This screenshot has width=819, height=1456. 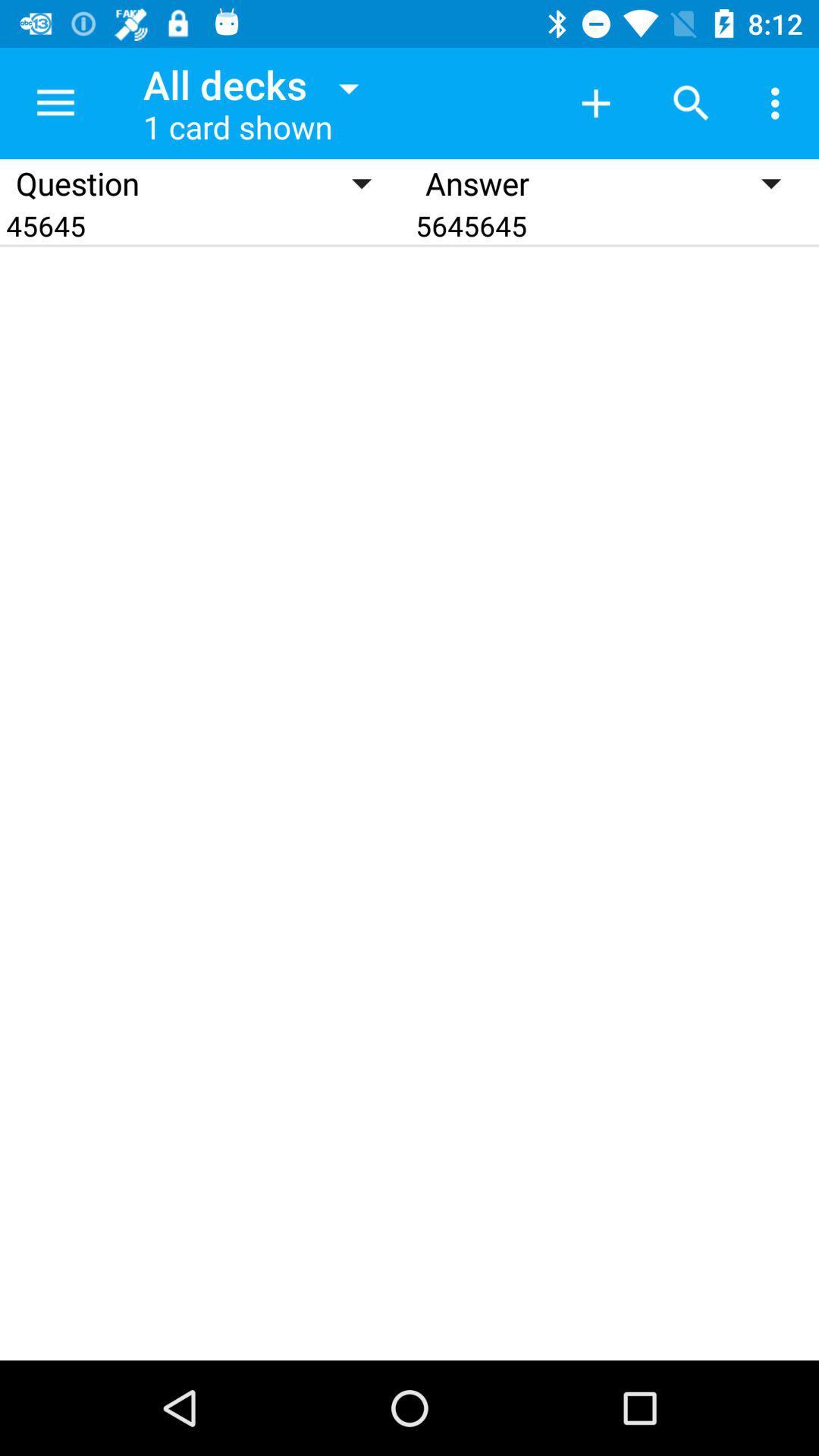 I want to click on icon below the answer, so click(x=614, y=224).